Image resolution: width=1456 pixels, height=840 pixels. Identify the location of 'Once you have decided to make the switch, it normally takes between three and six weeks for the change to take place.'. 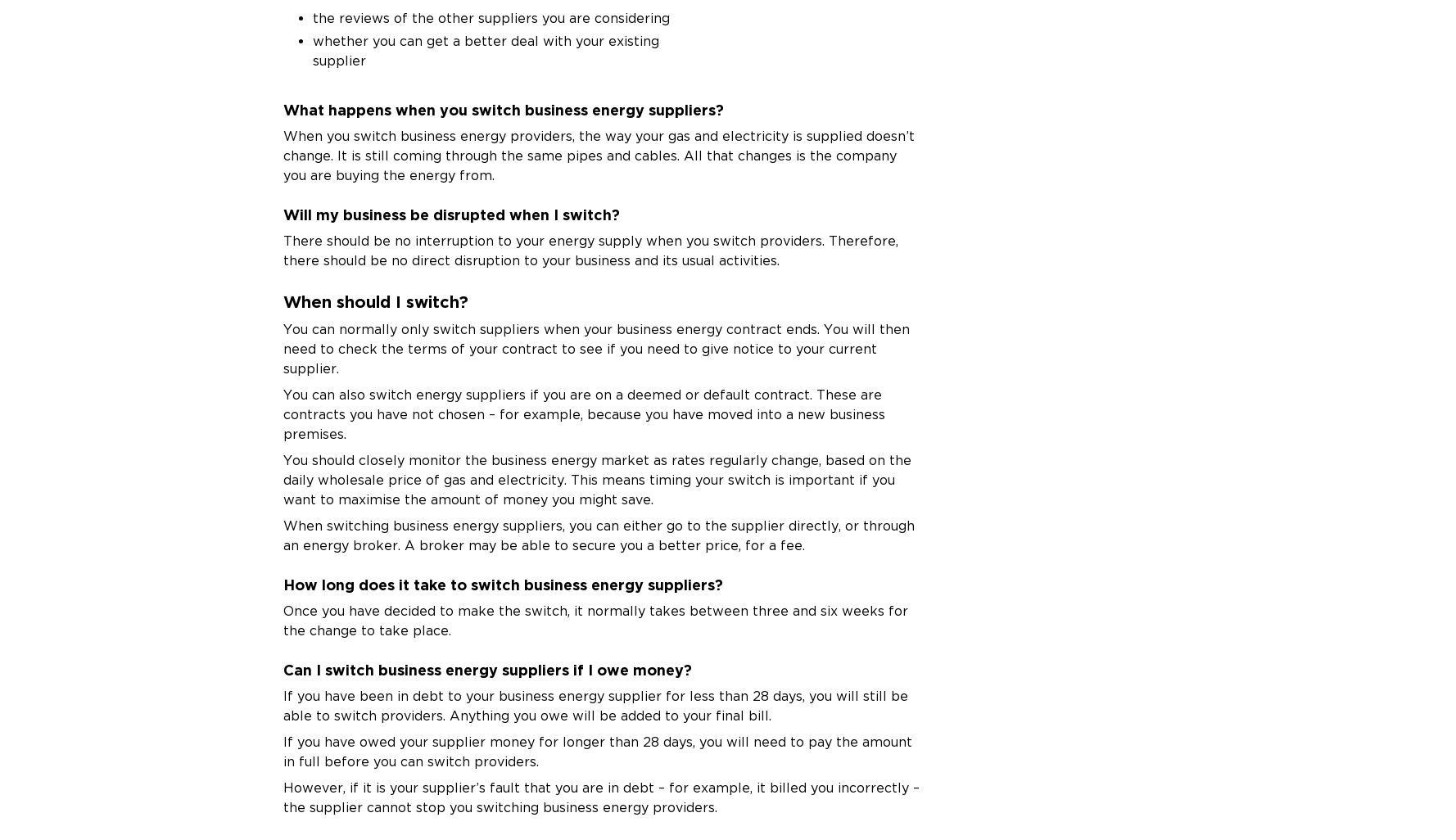
(595, 620).